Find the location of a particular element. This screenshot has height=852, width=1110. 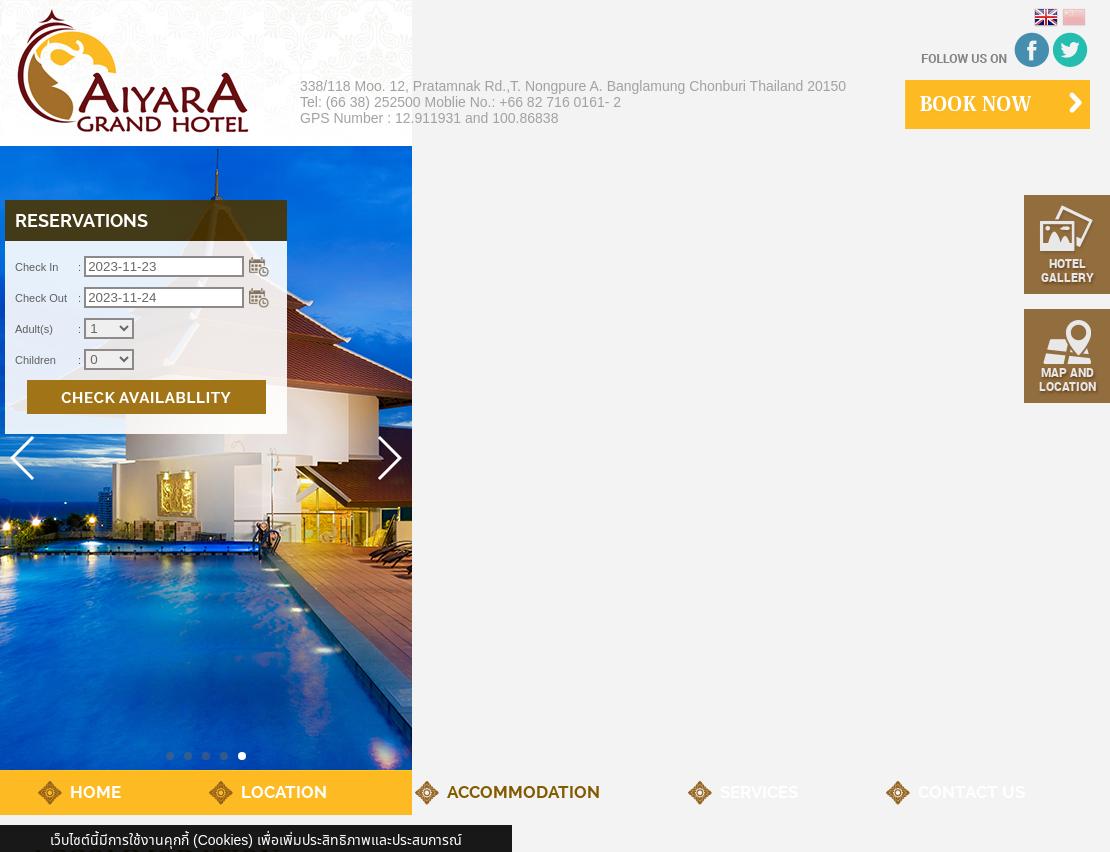

'Check In' is located at coordinates (36, 267).